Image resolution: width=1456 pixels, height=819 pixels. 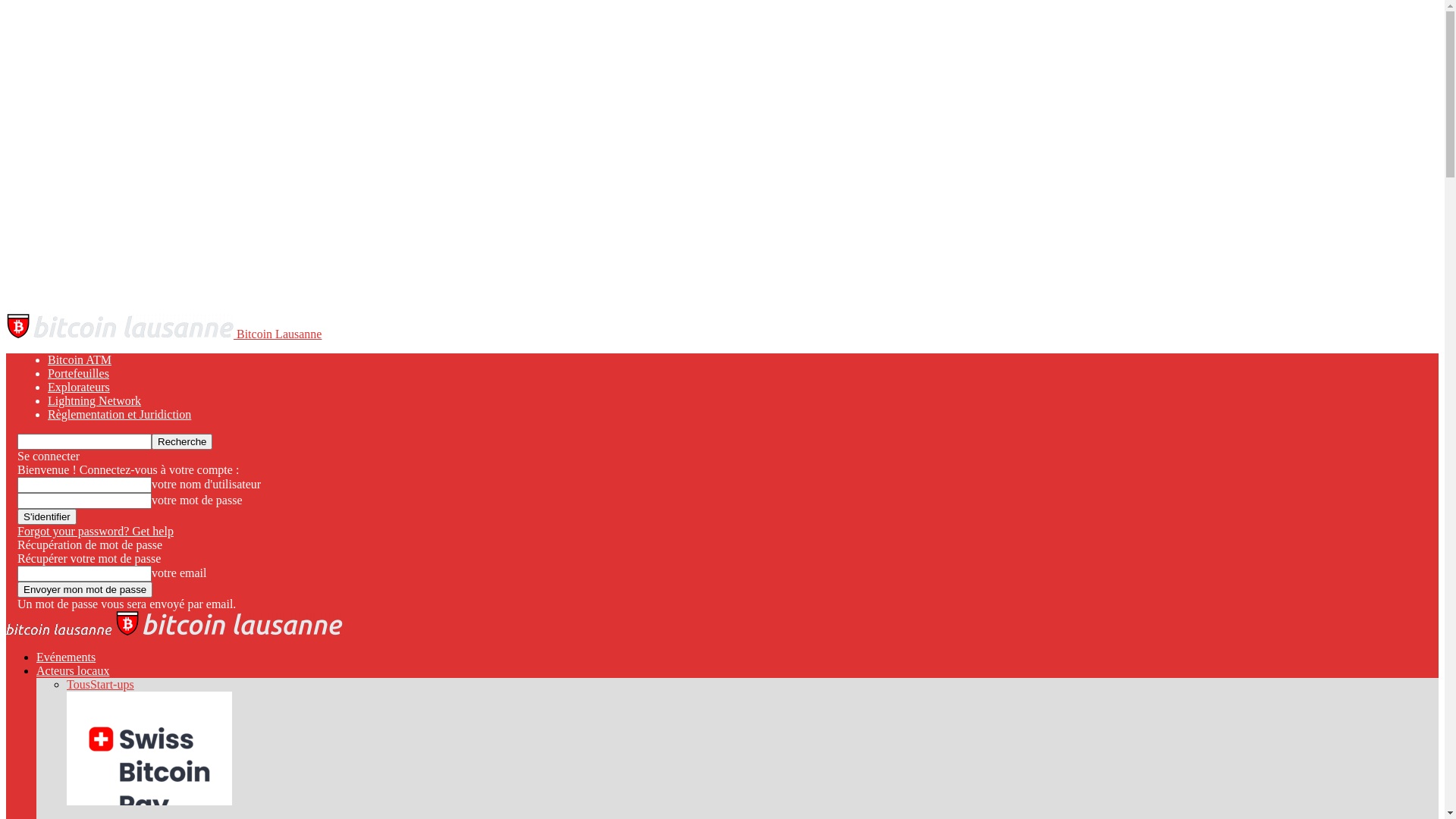 What do you see at coordinates (164, 333) in the screenshot?
I see `'Bitcoin Lausanne'` at bounding box center [164, 333].